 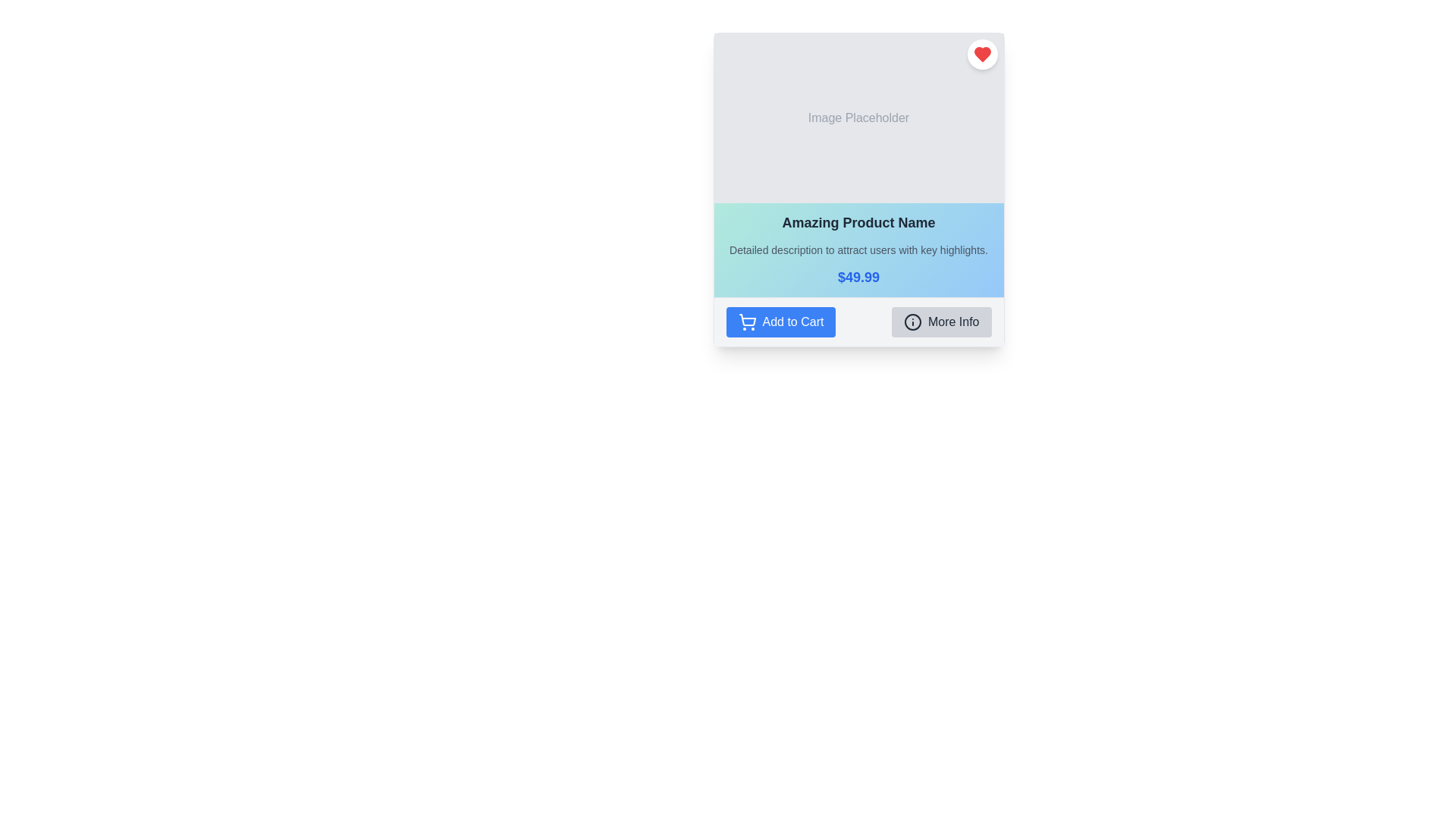 What do you see at coordinates (940, 321) in the screenshot?
I see `the button located at the bottom right section of the product card for accessibility` at bounding box center [940, 321].